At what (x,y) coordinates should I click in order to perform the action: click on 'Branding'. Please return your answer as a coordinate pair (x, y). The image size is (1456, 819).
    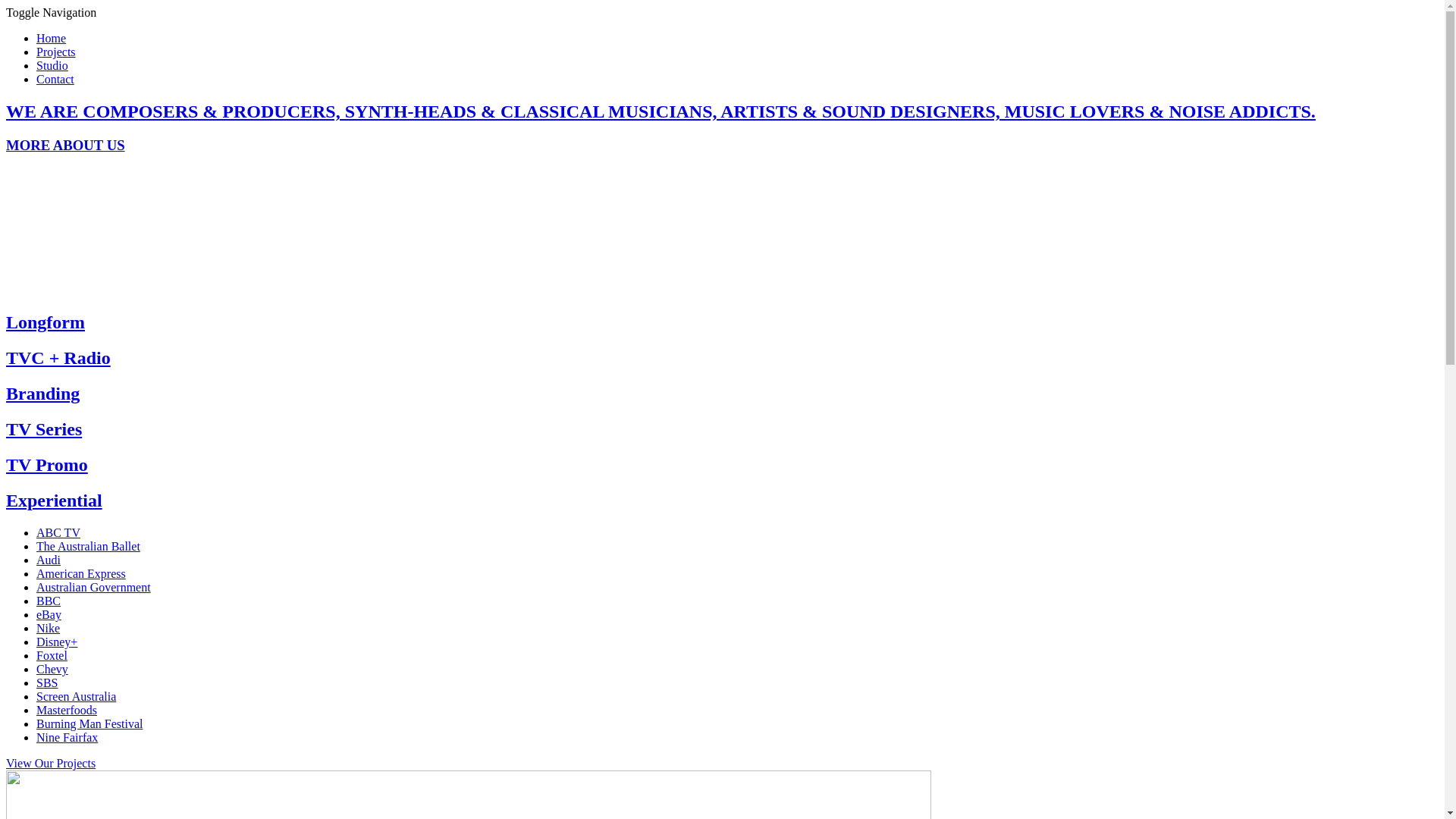
    Looking at the image, I should click on (42, 393).